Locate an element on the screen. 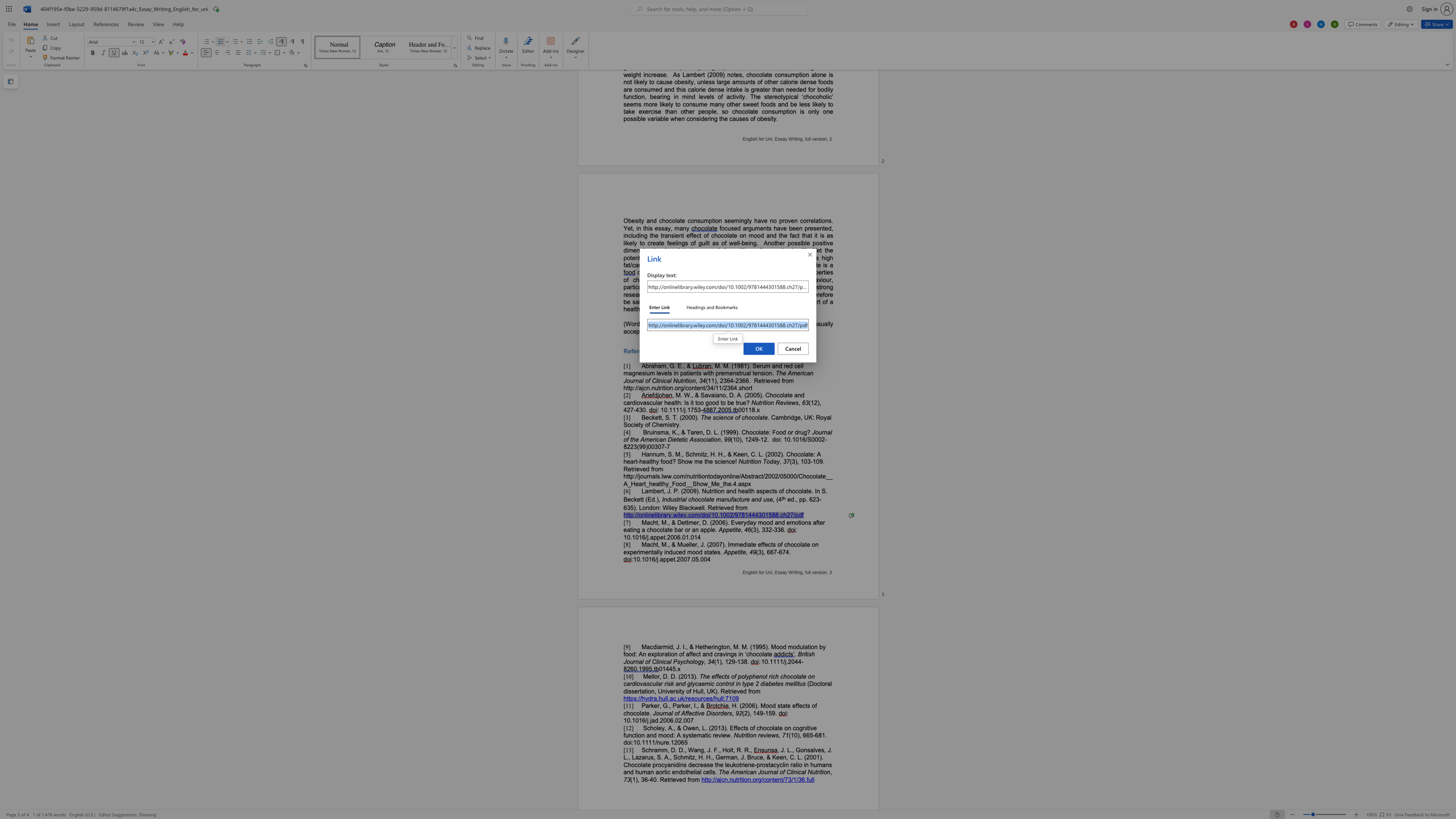 This screenshot has height=819, width=1456. the 1th character "(" in the text is located at coordinates (679, 675).